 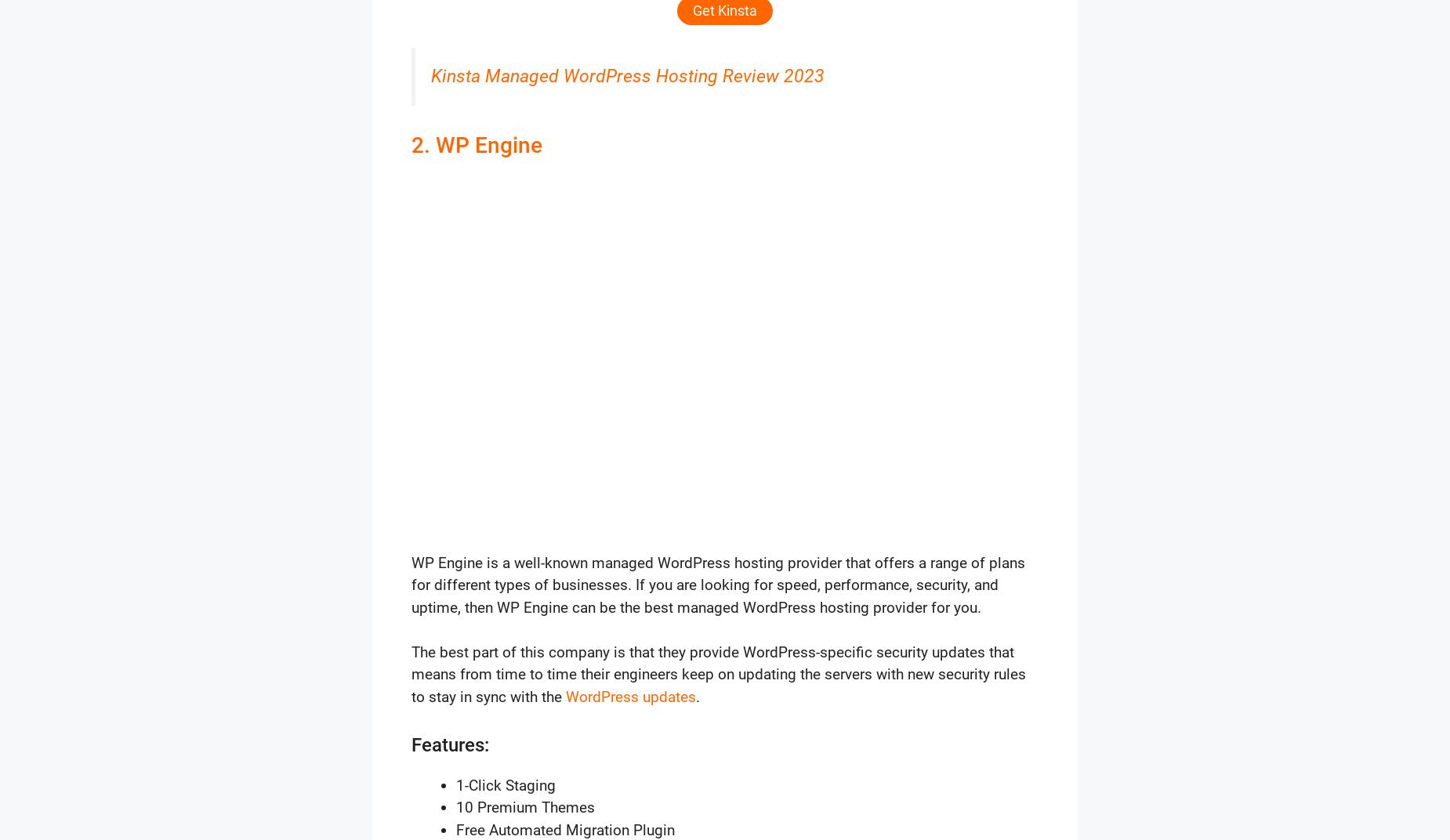 What do you see at coordinates (450, 744) in the screenshot?
I see `'Features:'` at bounding box center [450, 744].